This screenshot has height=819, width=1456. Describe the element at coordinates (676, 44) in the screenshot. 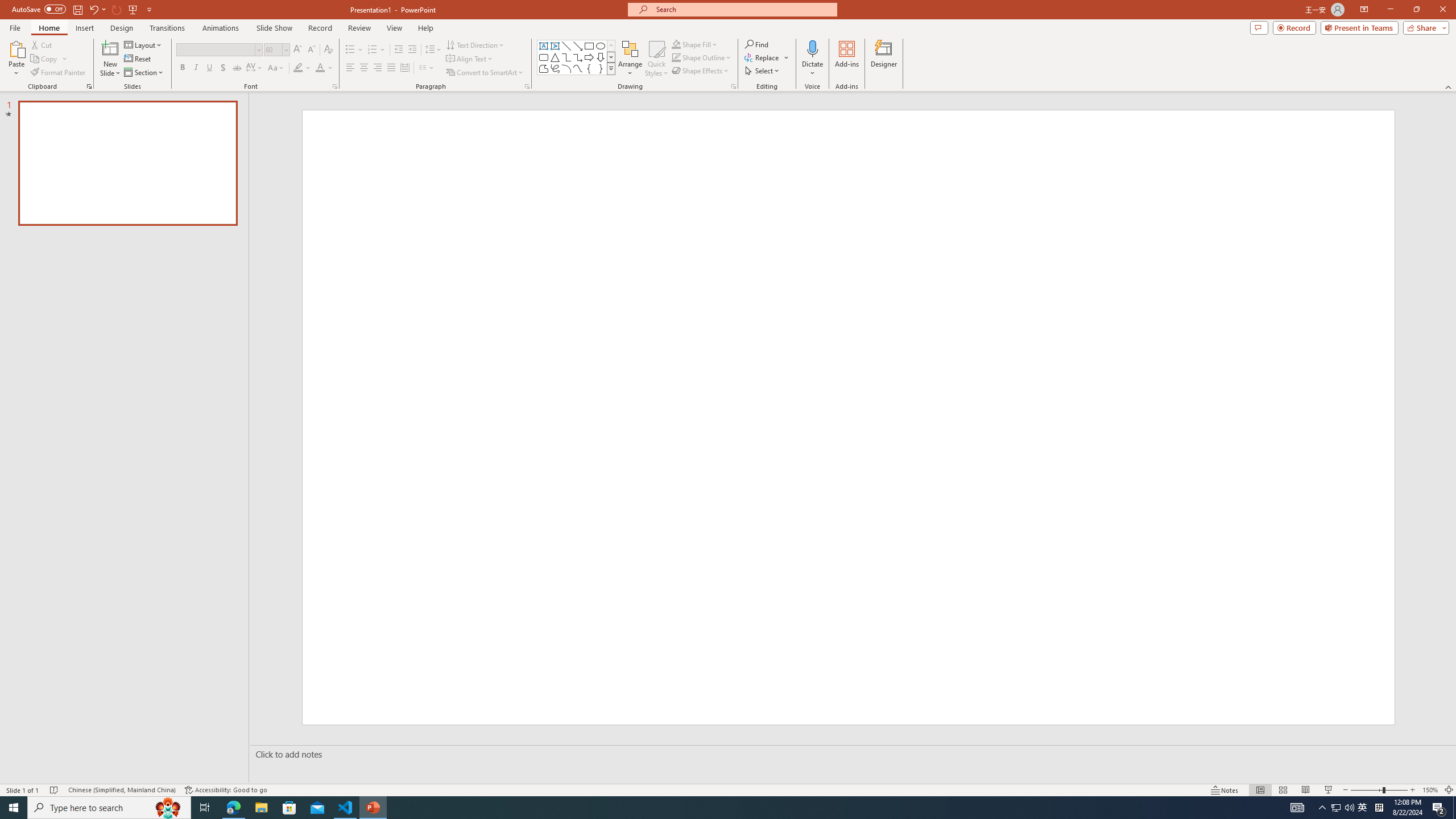

I see `'Shape Fill Orange, Accent 2'` at that location.